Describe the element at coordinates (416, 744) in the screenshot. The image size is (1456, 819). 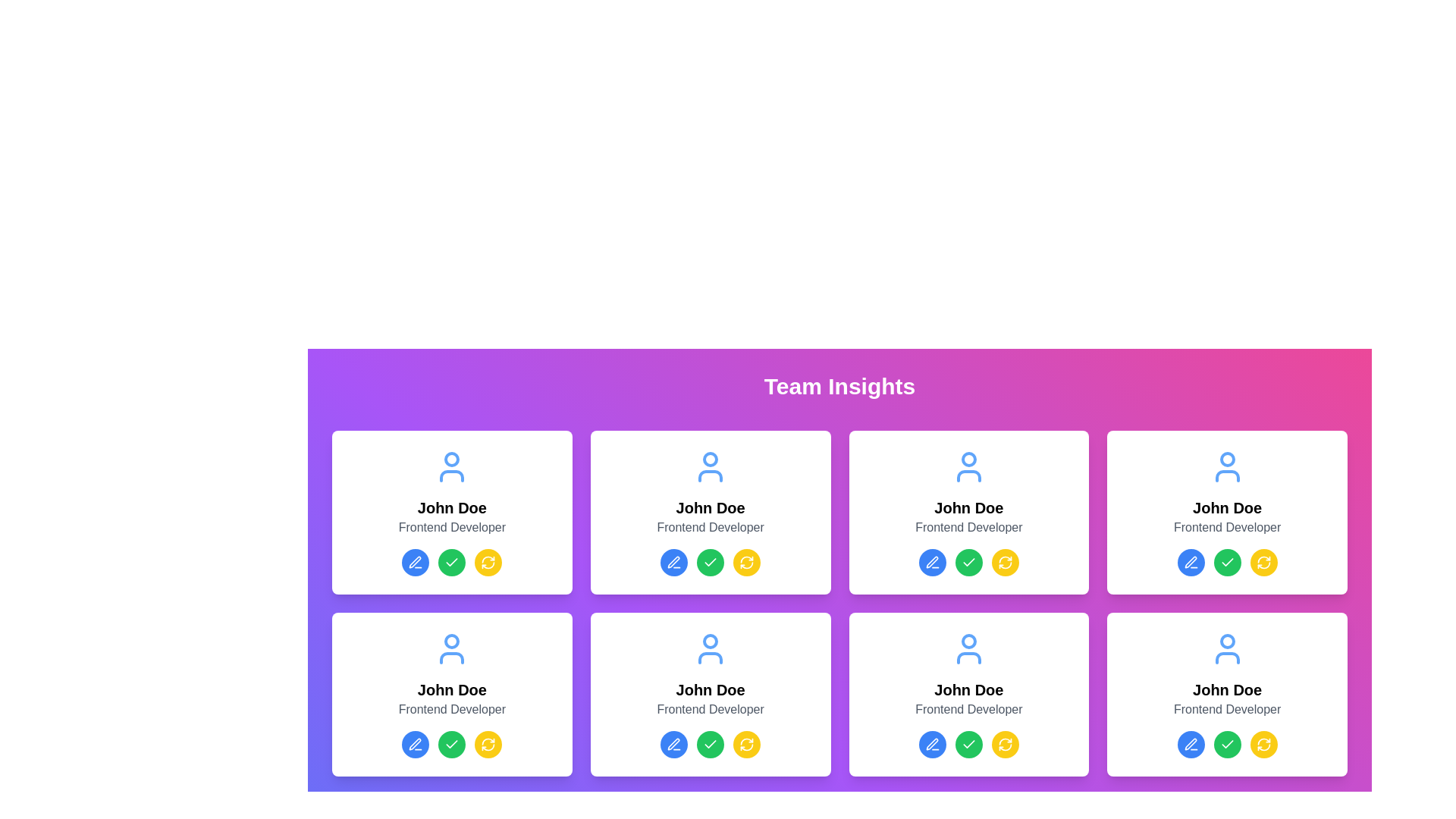
I see `the edit button located at the bottom-left of the user card in the second row and first column of the displayed grid to enable keyboard interaction` at that location.